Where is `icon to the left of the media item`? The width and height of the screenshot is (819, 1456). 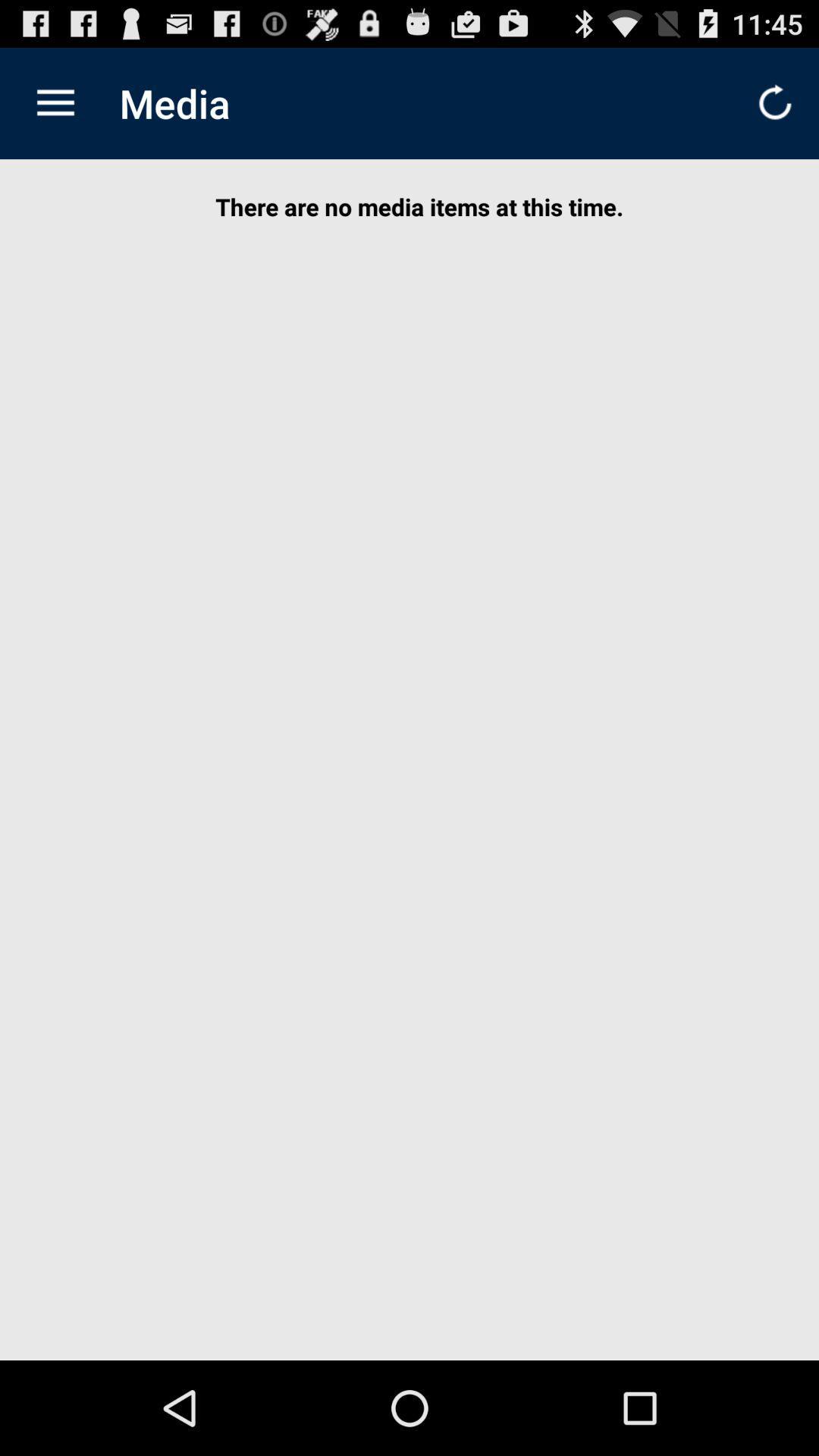 icon to the left of the media item is located at coordinates (55, 102).